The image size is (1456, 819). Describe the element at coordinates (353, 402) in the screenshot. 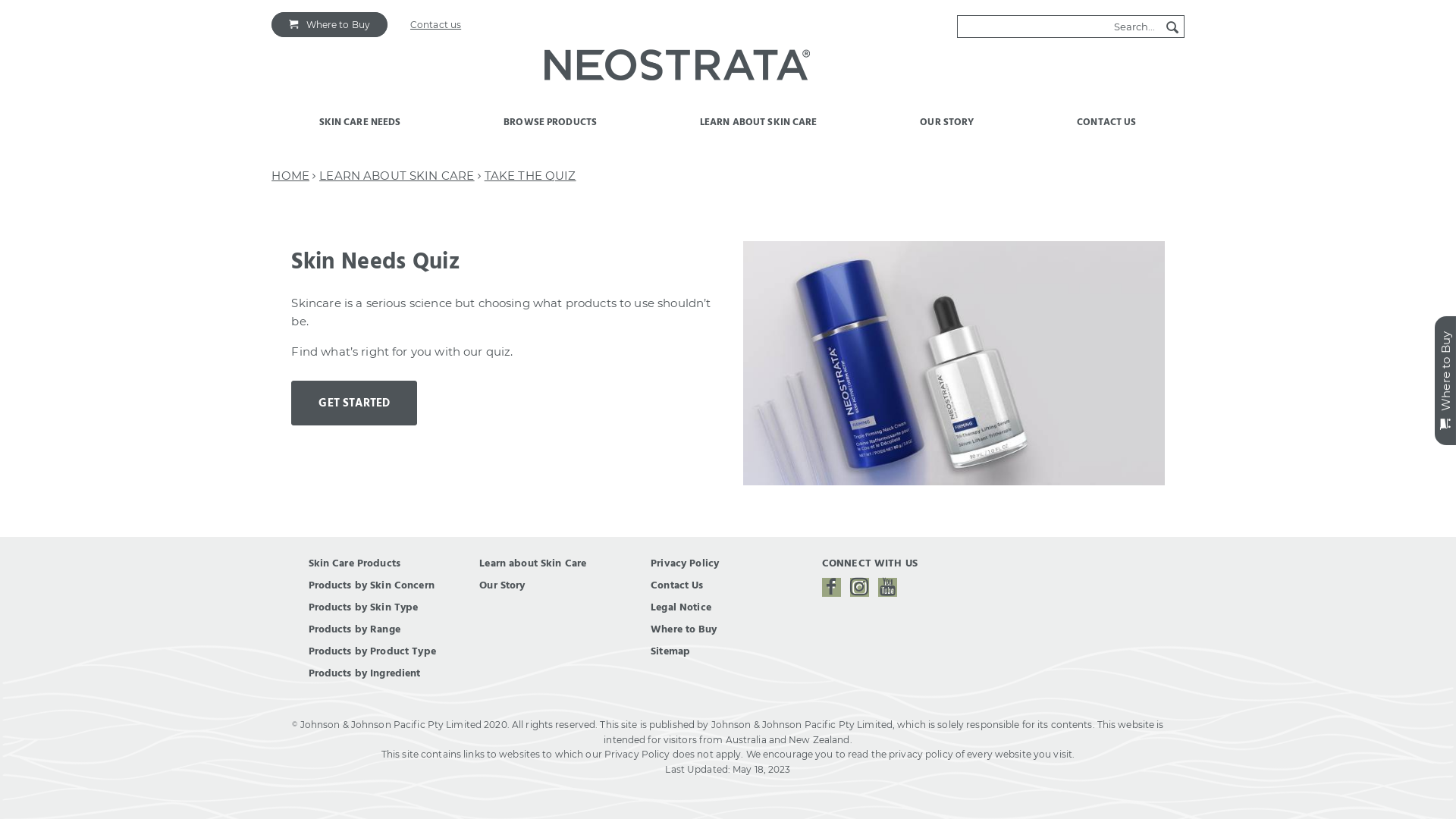

I see `'GET STARTED'` at that location.